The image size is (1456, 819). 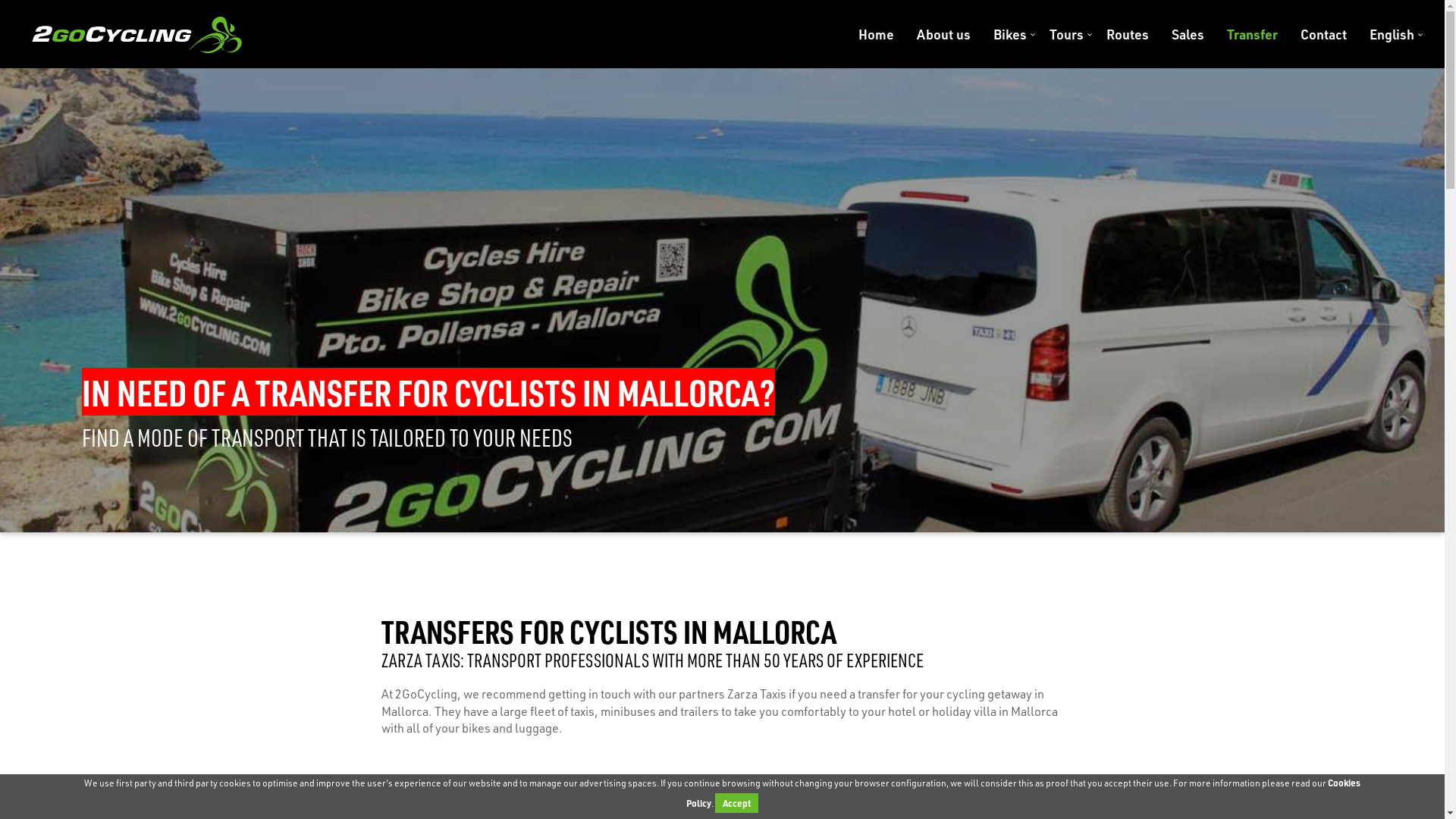 What do you see at coordinates (876, 34) in the screenshot?
I see `'Home'` at bounding box center [876, 34].